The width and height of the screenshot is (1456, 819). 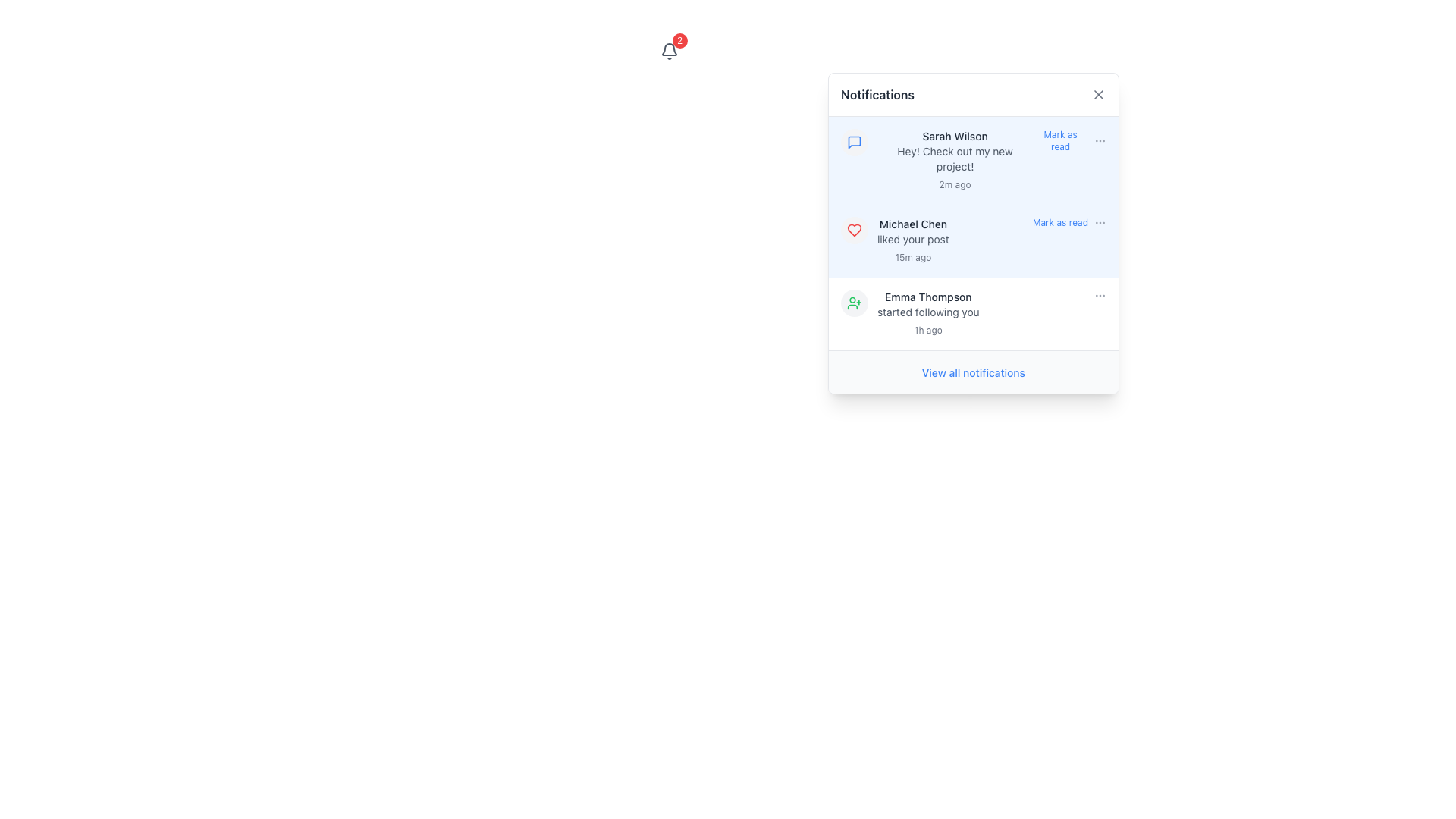 What do you see at coordinates (973, 234) in the screenshot?
I see `the second notification item in the dropdown menu that displays 'Michael Chen liked your post'` at bounding box center [973, 234].